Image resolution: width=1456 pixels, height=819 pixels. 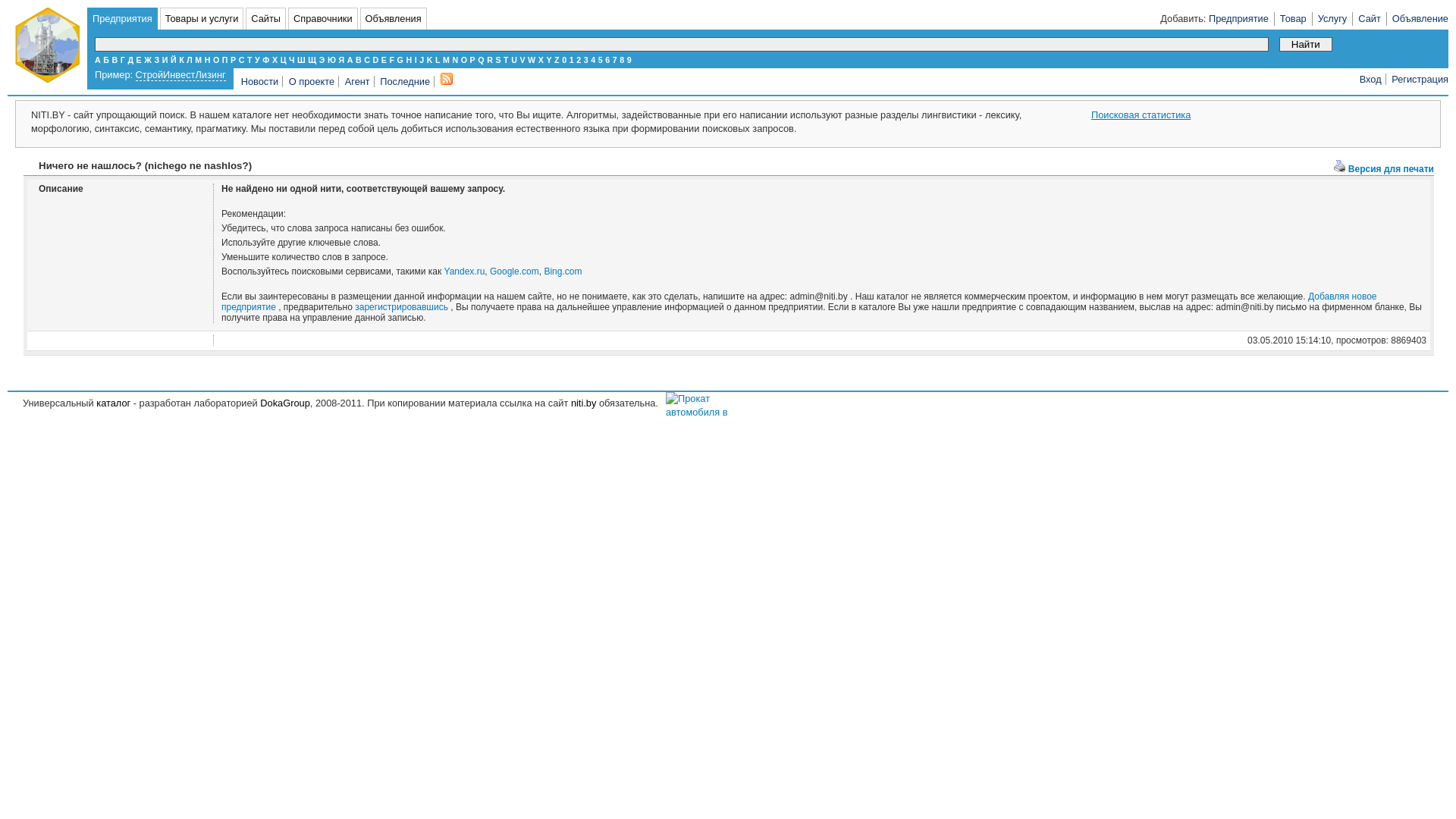 I want to click on 'Google.com', so click(x=490, y=271).